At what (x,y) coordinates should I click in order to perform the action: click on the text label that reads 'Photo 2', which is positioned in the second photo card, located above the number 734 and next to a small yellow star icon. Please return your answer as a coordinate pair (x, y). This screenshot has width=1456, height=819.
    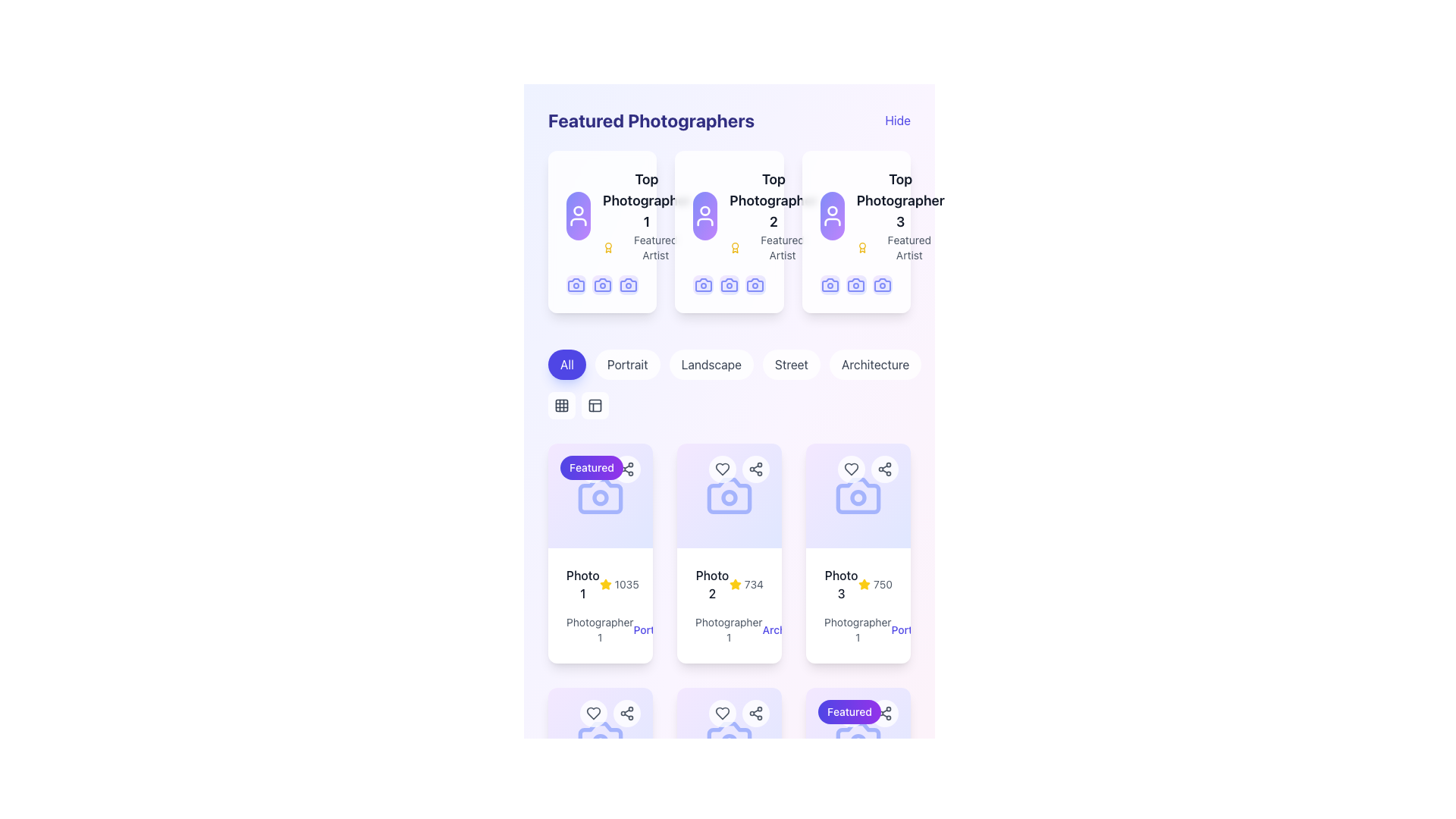
    Looking at the image, I should click on (711, 584).